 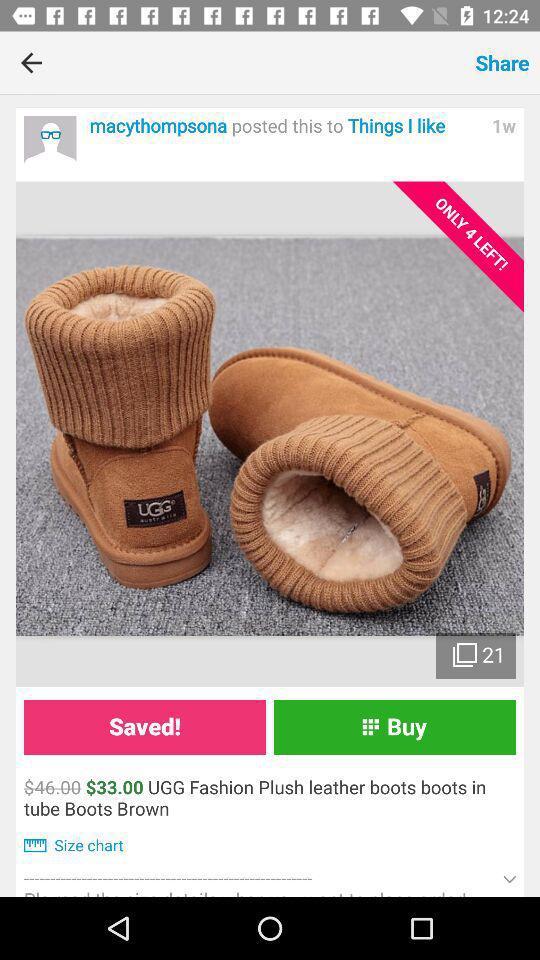 I want to click on the saved!, so click(x=143, y=726).